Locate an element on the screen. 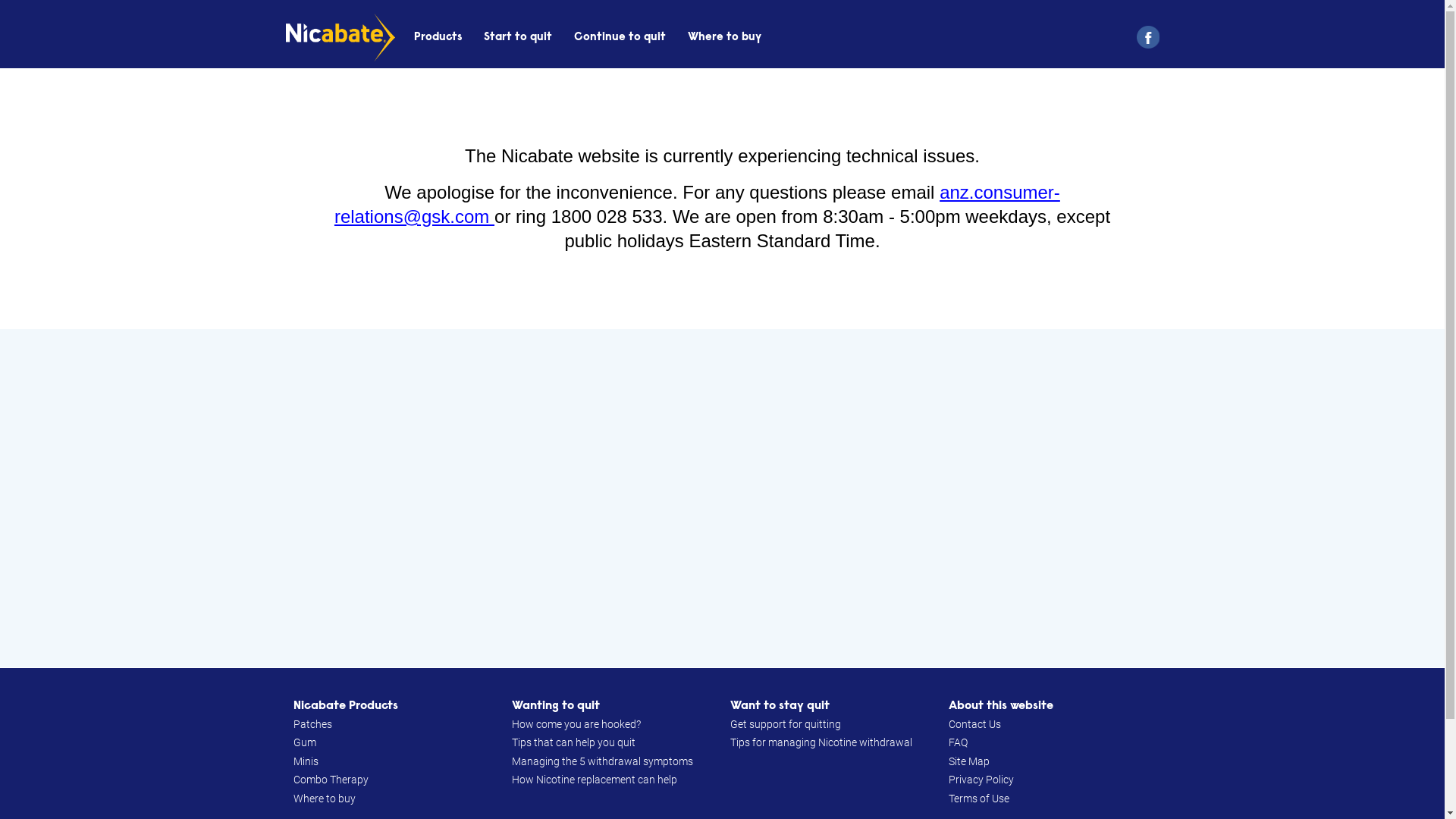  ' ' is located at coordinates (1142, 36).